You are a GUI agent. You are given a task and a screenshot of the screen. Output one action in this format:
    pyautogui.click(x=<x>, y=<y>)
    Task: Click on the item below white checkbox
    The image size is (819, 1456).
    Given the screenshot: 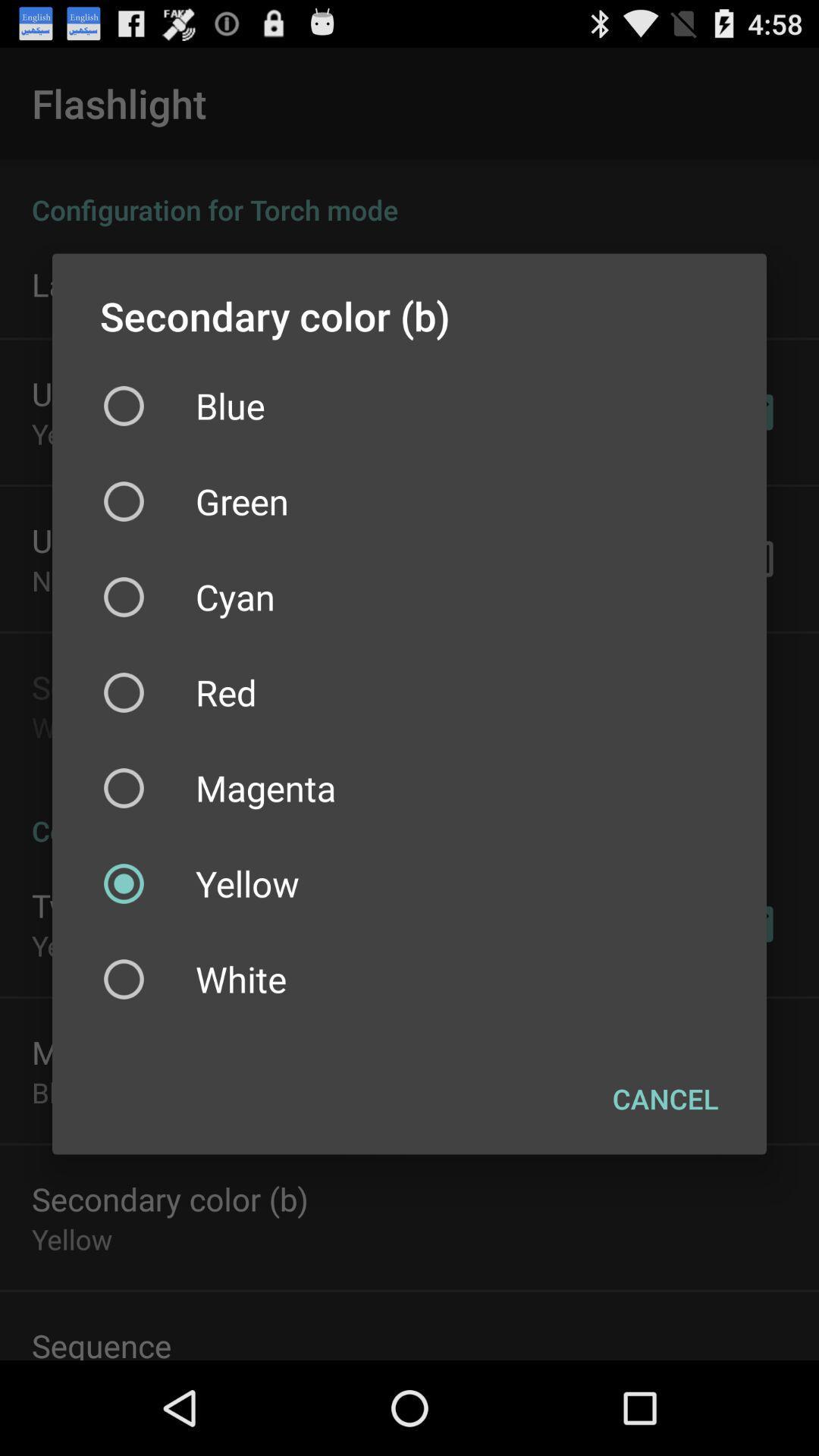 What is the action you would take?
    pyautogui.click(x=664, y=1099)
    